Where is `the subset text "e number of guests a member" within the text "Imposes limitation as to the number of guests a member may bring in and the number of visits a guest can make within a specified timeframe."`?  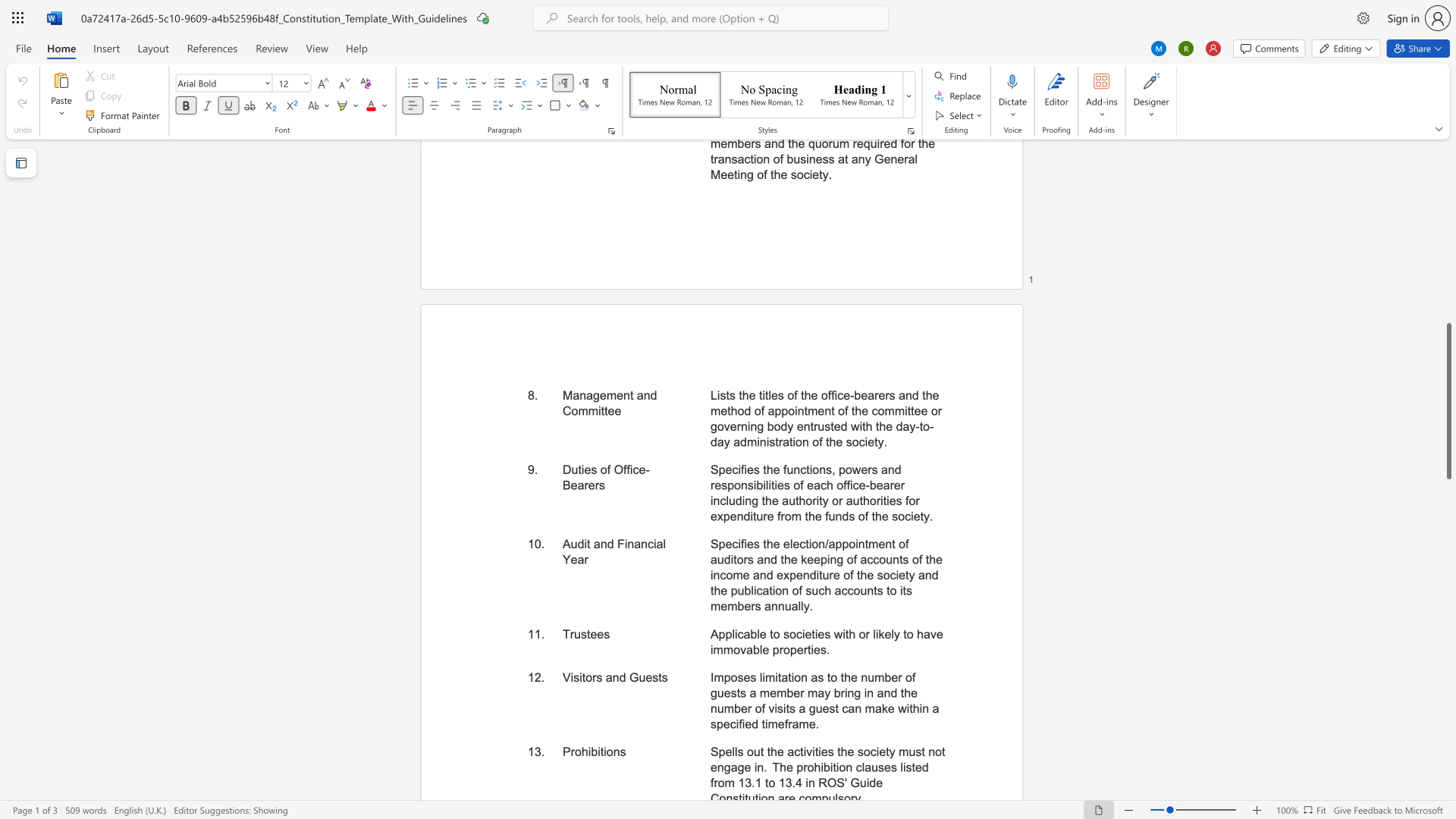
the subset text "e number of guests a member" within the text "Imposes limitation as to the number of guests a member may bring in and the number of visits a guest can make within a specified timeframe." is located at coordinates (851, 676).